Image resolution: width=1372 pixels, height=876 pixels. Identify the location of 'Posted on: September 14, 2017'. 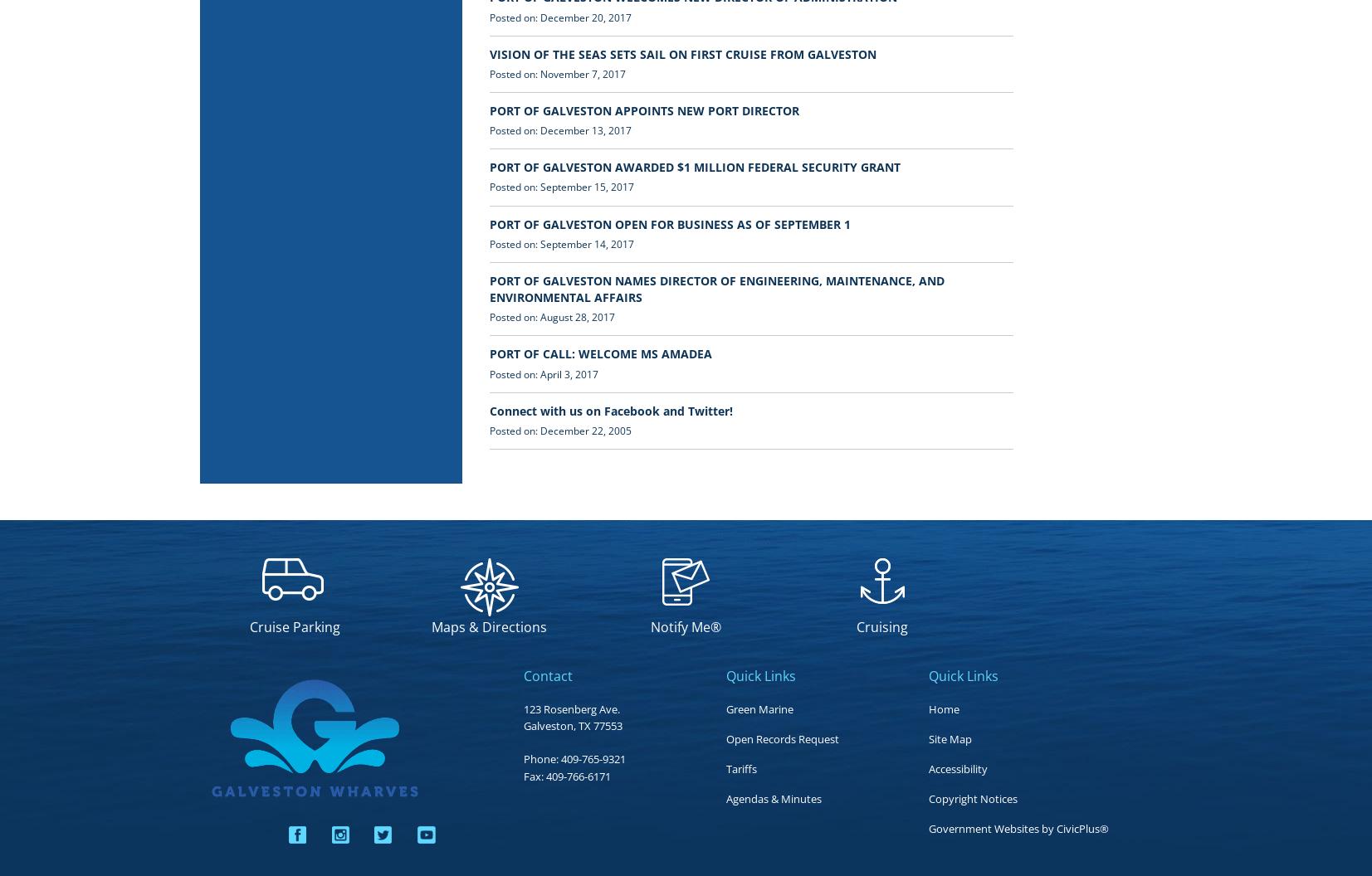
(561, 243).